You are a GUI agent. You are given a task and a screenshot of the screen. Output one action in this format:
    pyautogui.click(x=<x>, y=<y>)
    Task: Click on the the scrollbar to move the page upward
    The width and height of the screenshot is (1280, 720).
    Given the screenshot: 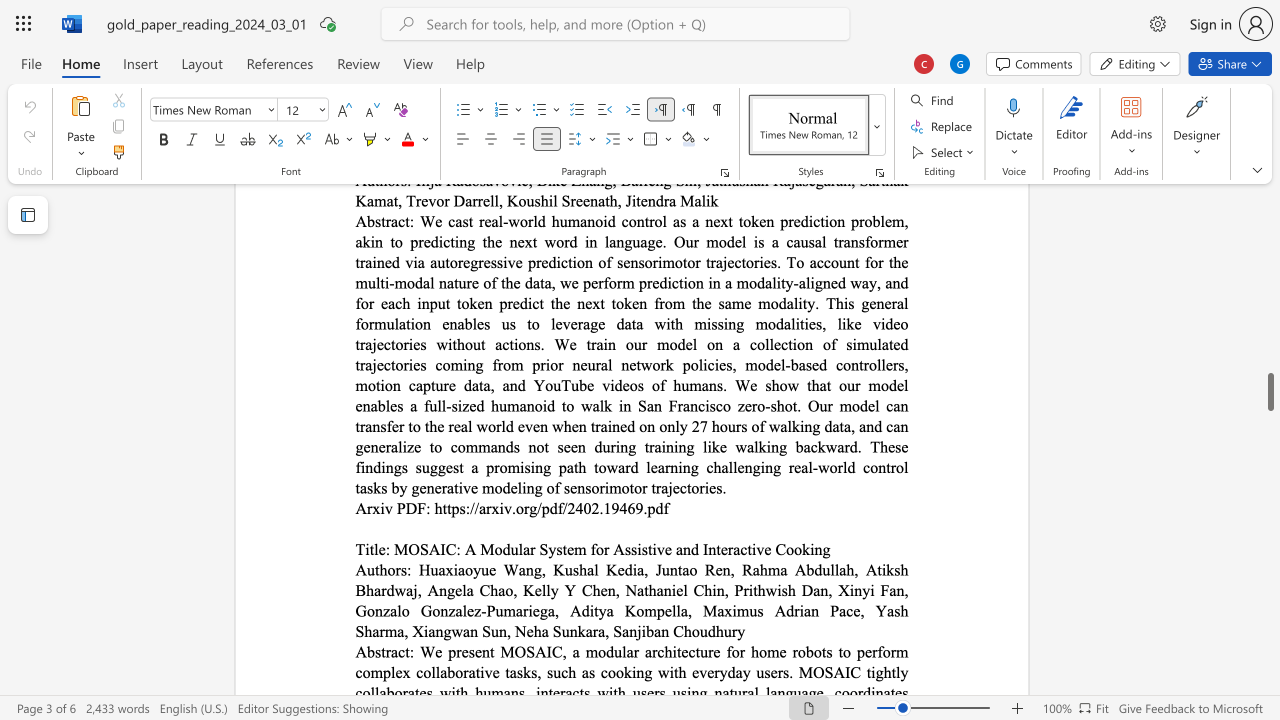 What is the action you would take?
    pyautogui.click(x=1269, y=328)
    